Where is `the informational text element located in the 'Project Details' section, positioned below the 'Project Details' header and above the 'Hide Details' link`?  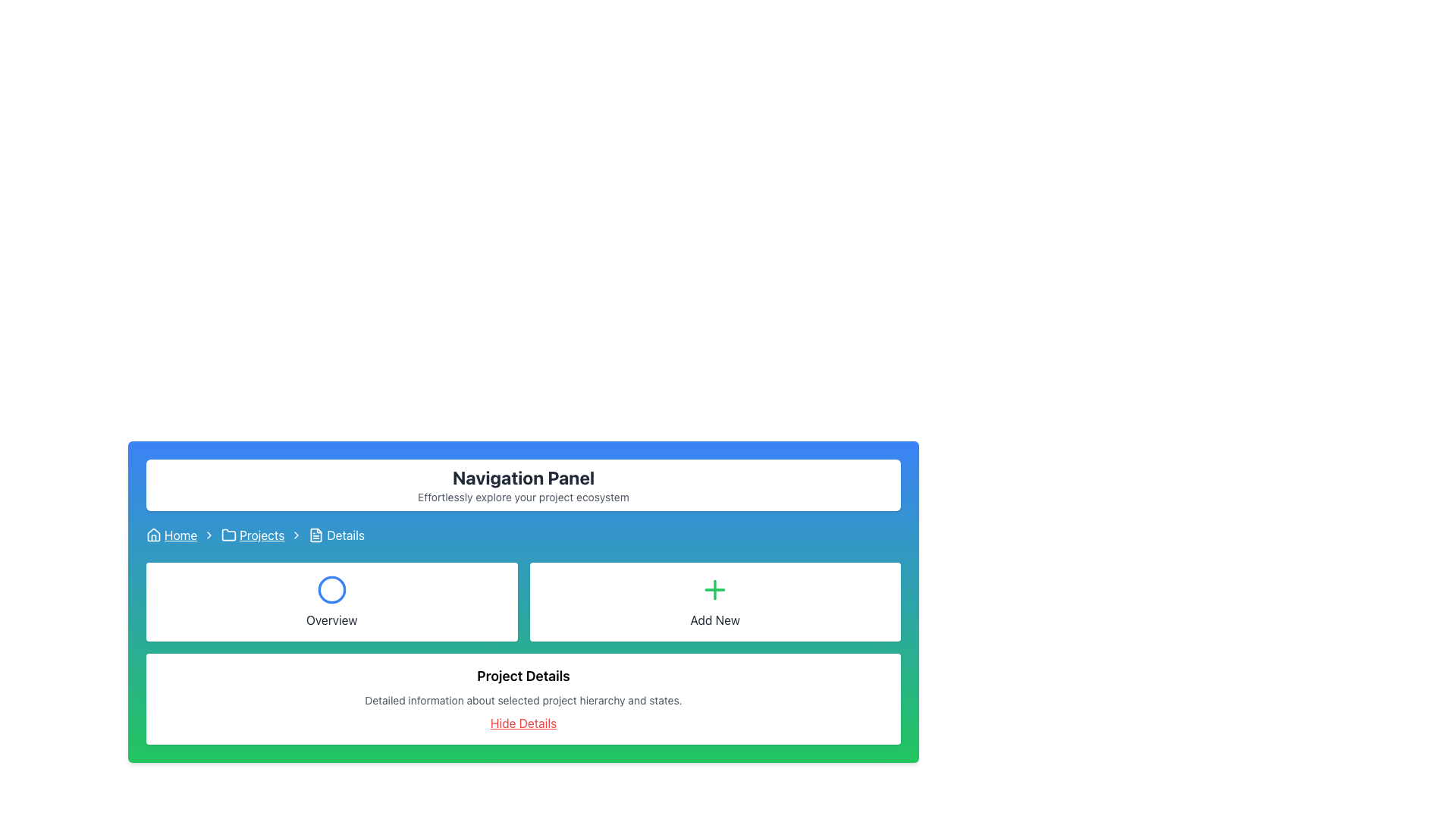
the informational text element located in the 'Project Details' section, positioned below the 'Project Details' header and above the 'Hide Details' link is located at coordinates (523, 701).